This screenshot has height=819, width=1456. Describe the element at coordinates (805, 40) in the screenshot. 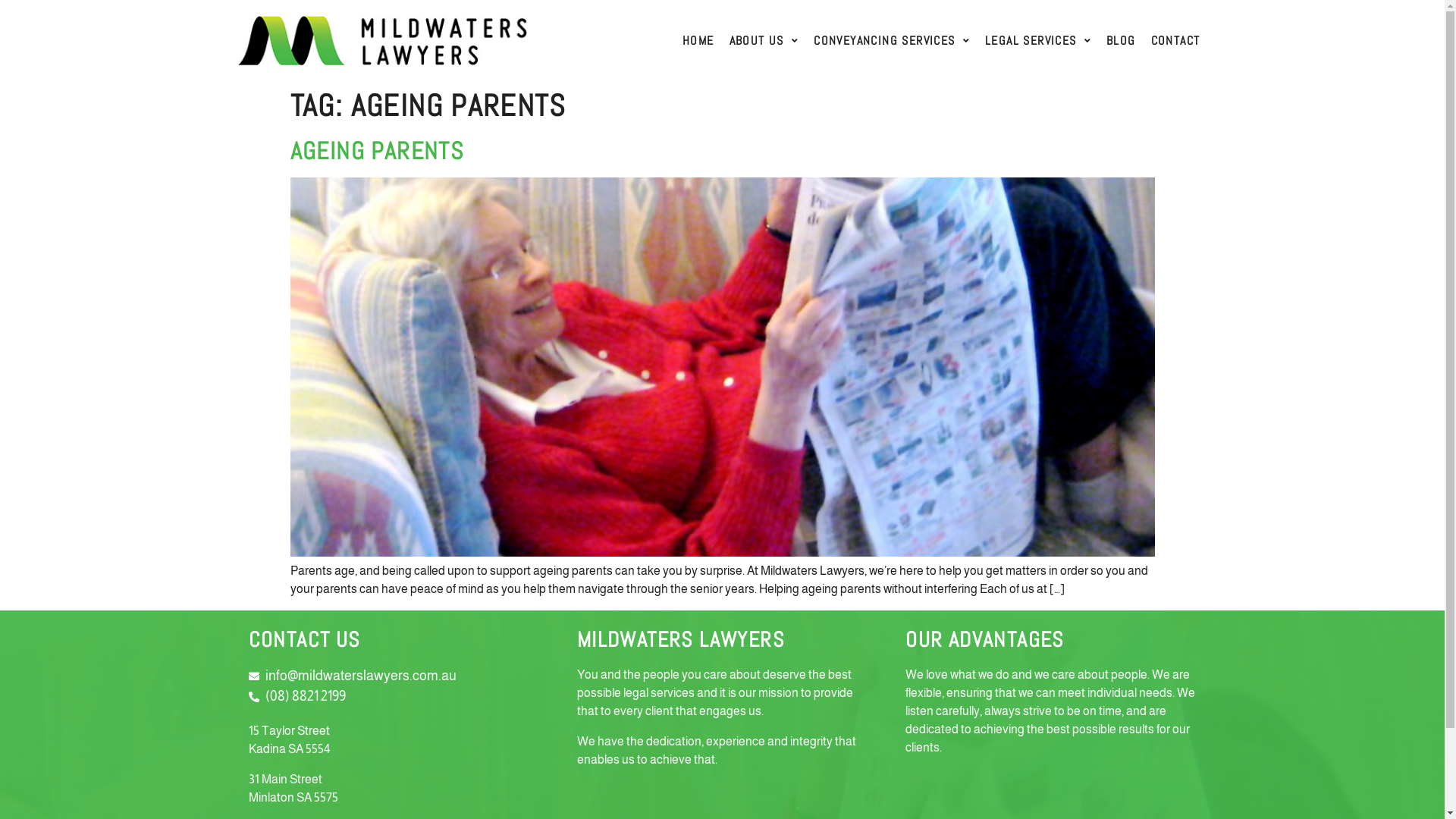

I see `'CONVEYANCING SERVICES'` at that location.